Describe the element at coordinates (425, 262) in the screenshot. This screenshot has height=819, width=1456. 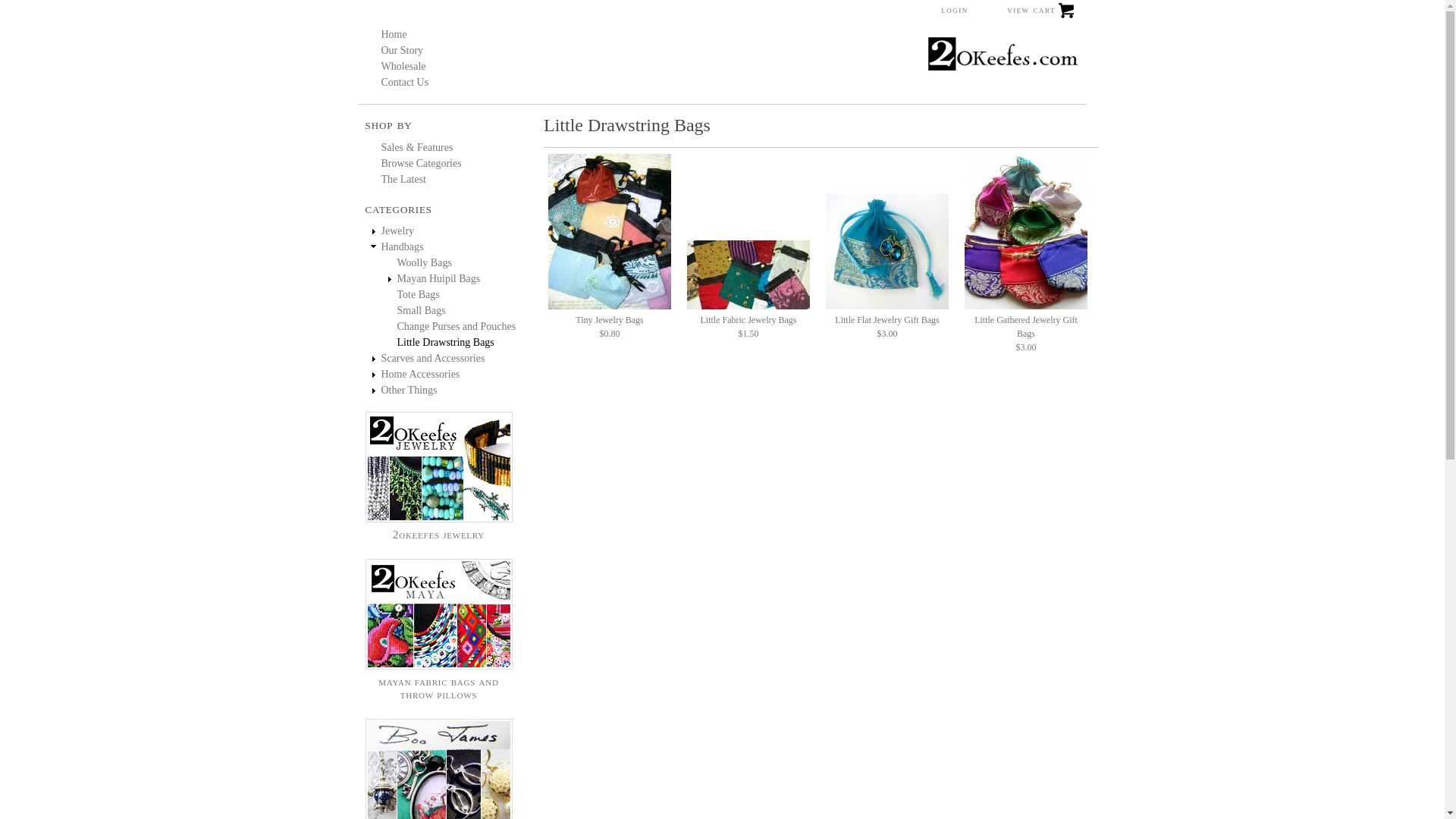
I see `'Woolly Bags'` at that location.